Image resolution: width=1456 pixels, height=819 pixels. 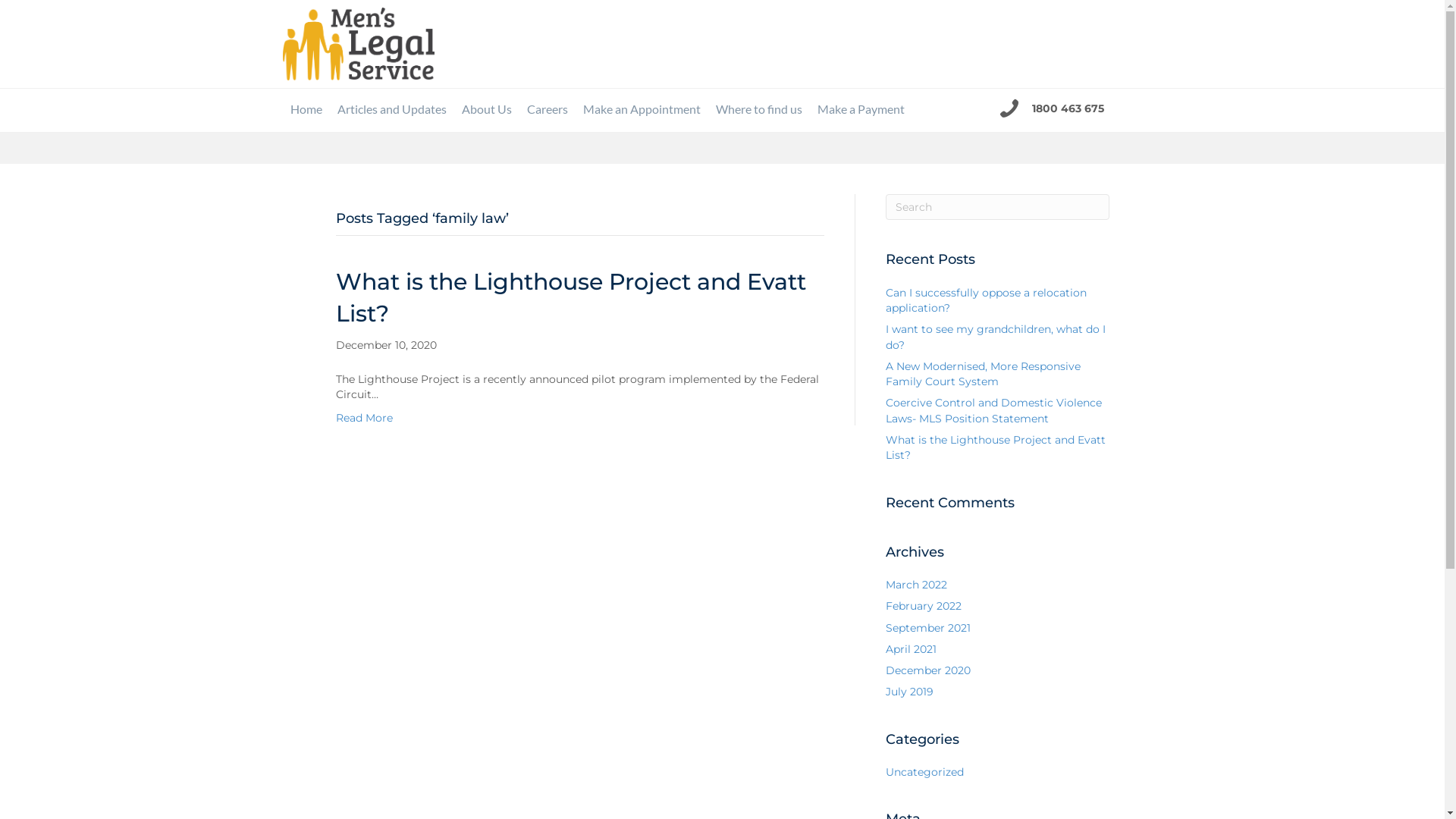 What do you see at coordinates (546, 108) in the screenshot?
I see `'Careers'` at bounding box center [546, 108].